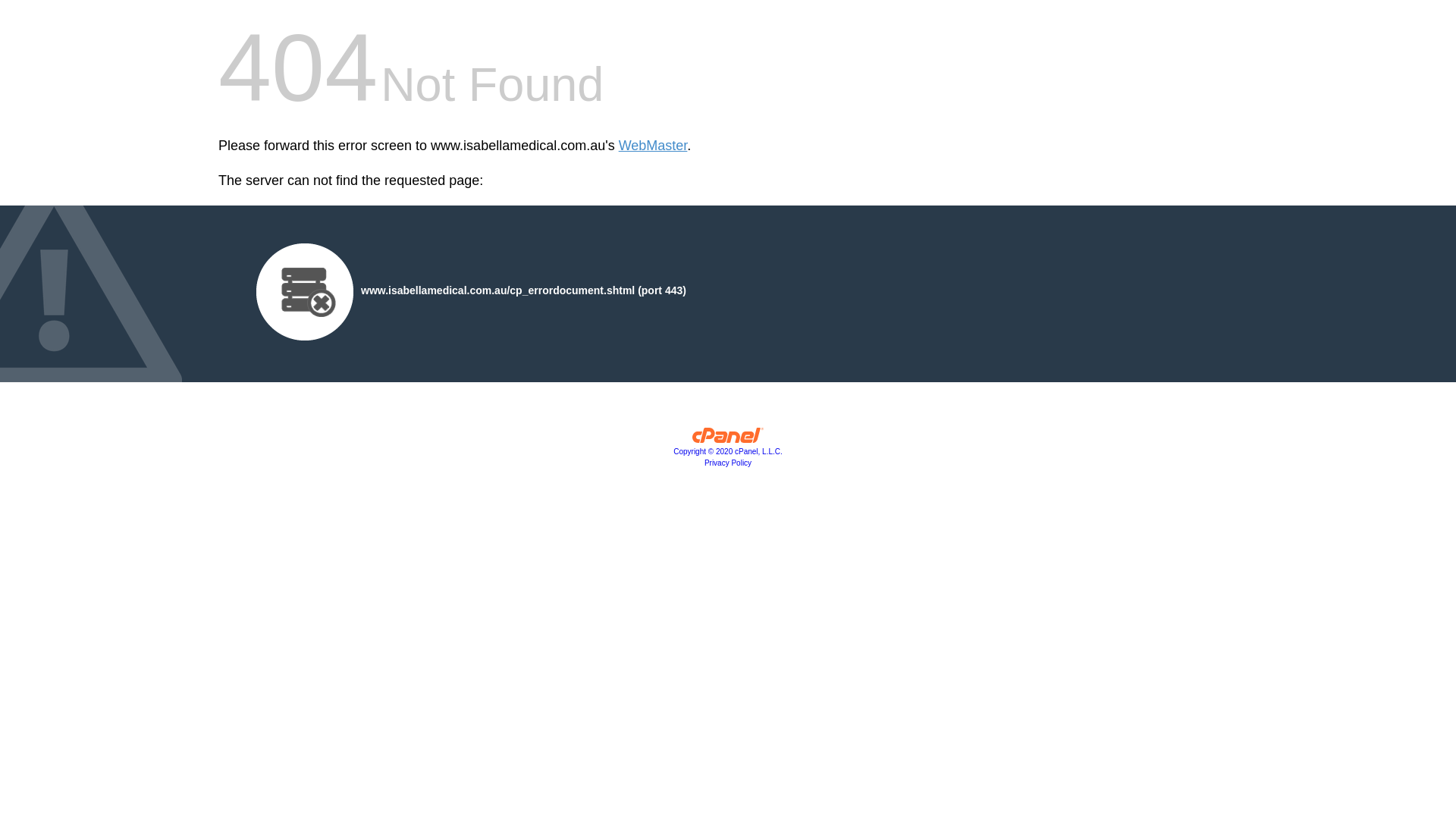 Image resolution: width=1456 pixels, height=819 pixels. What do you see at coordinates (653, 146) in the screenshot?
I see `'WebMaster'` at bounding box center [653, 146].